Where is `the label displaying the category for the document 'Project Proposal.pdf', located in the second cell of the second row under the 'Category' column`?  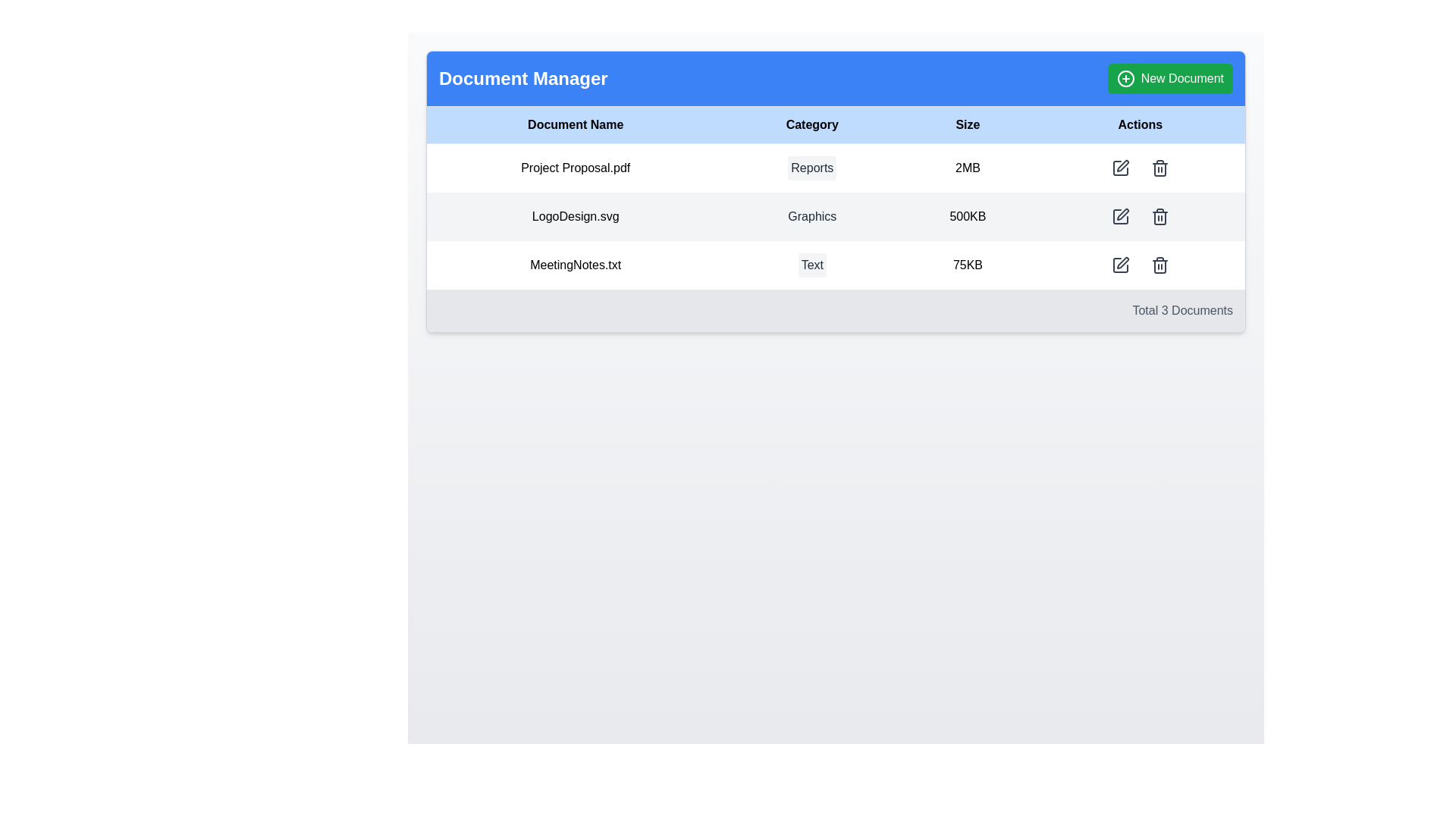
the label displaying the category for the document 'Project Proposal.pdf', located in the second cell of the second row under the 'Category' column is located at coordinates (811, 168).